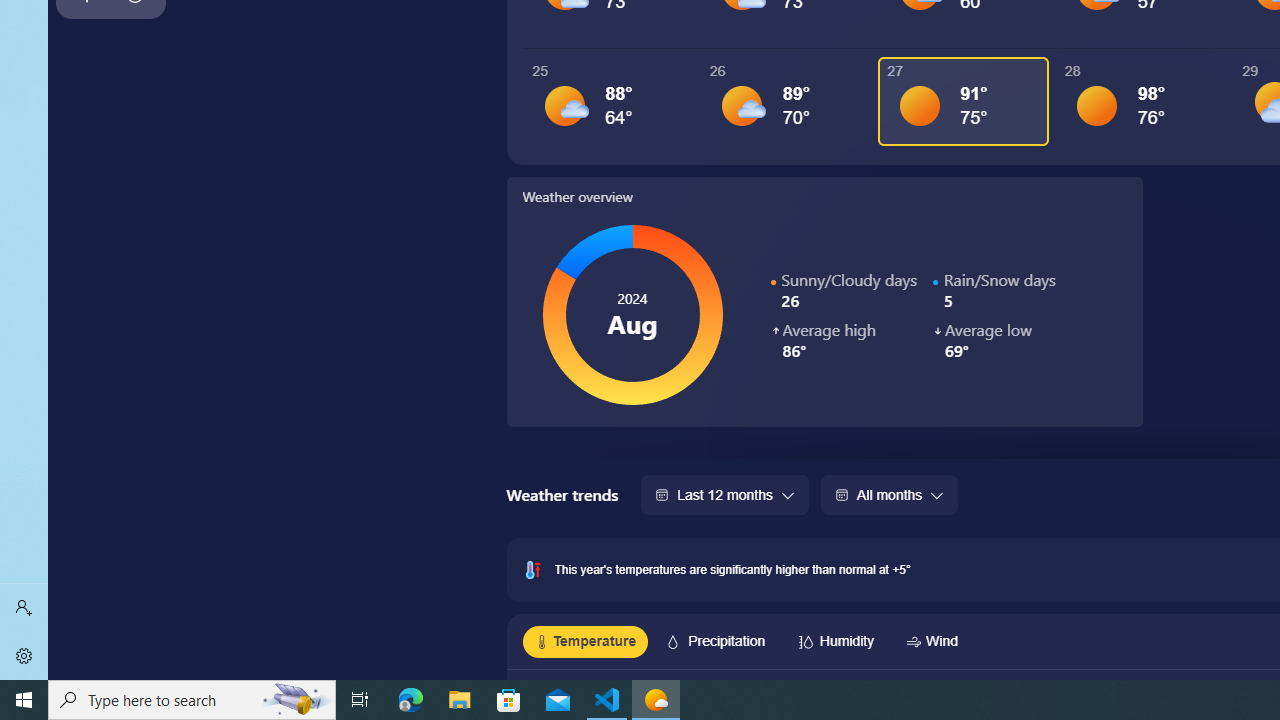 This screenshot has height=720, width=1280. What do you see at coordinates (24, 607) in the screenshot?
I see `'Sign in'` at bounding box center [24, 607].